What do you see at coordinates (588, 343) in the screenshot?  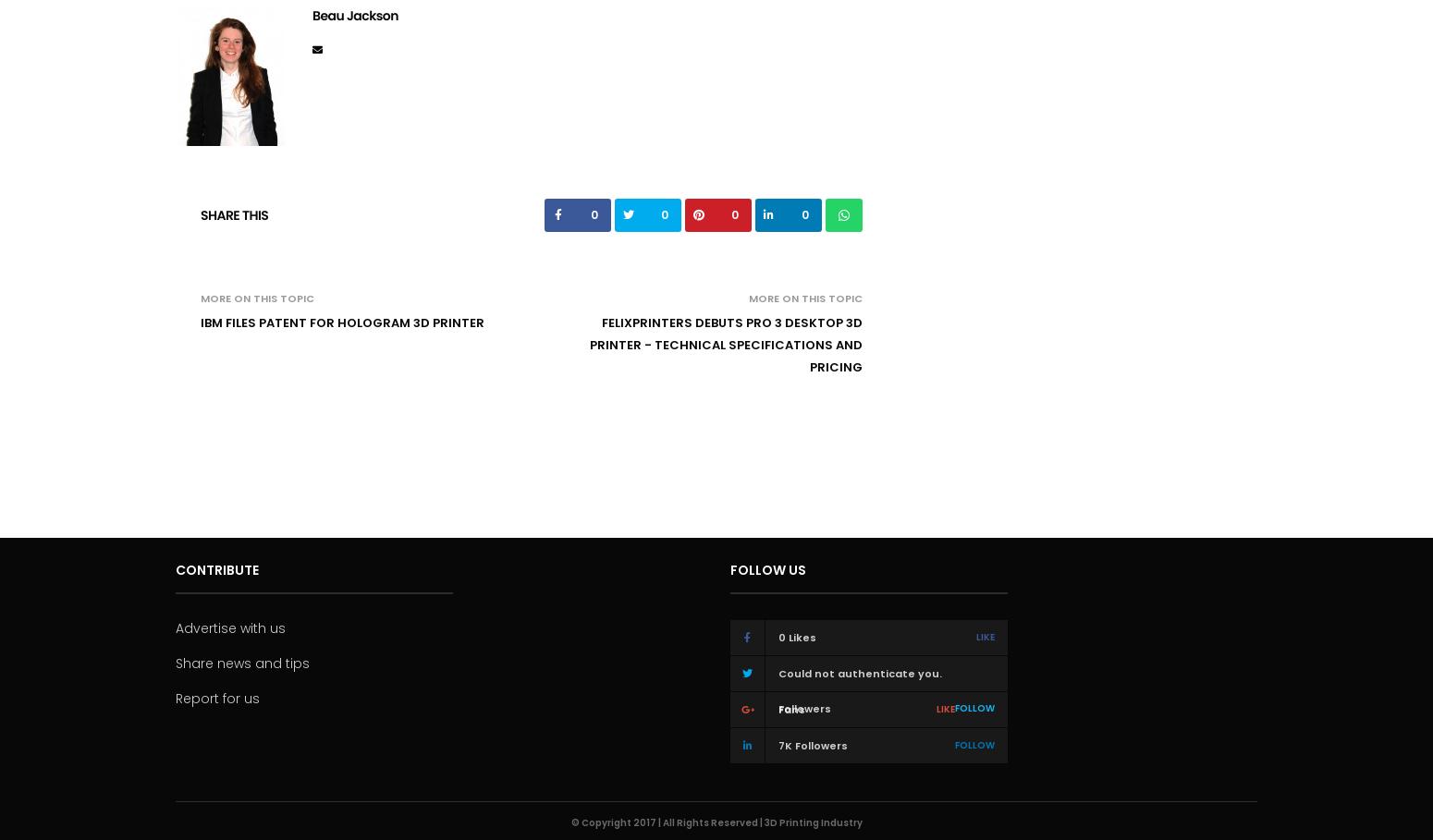 I see `'FELIXprinters debuts Pro 3 desktop 3D printer - technical specifications and pricing'` at bounding box center [588, 343].